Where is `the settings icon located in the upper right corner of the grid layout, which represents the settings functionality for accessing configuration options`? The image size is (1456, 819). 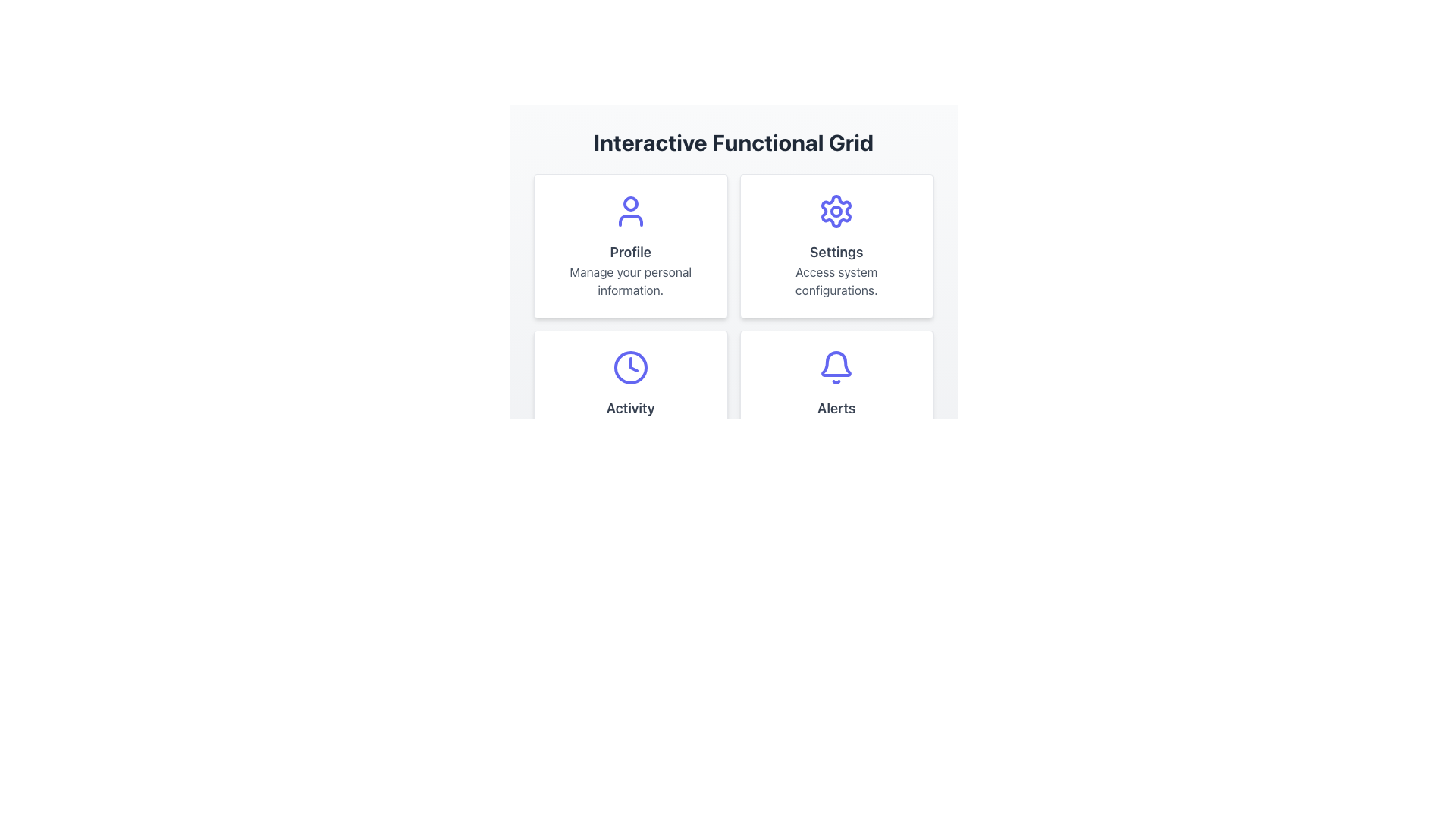 the settings icon located in the upper right corner of the grid layout, which represents the settings functionality for accessing configuration options is located at coordinates (836, 211).